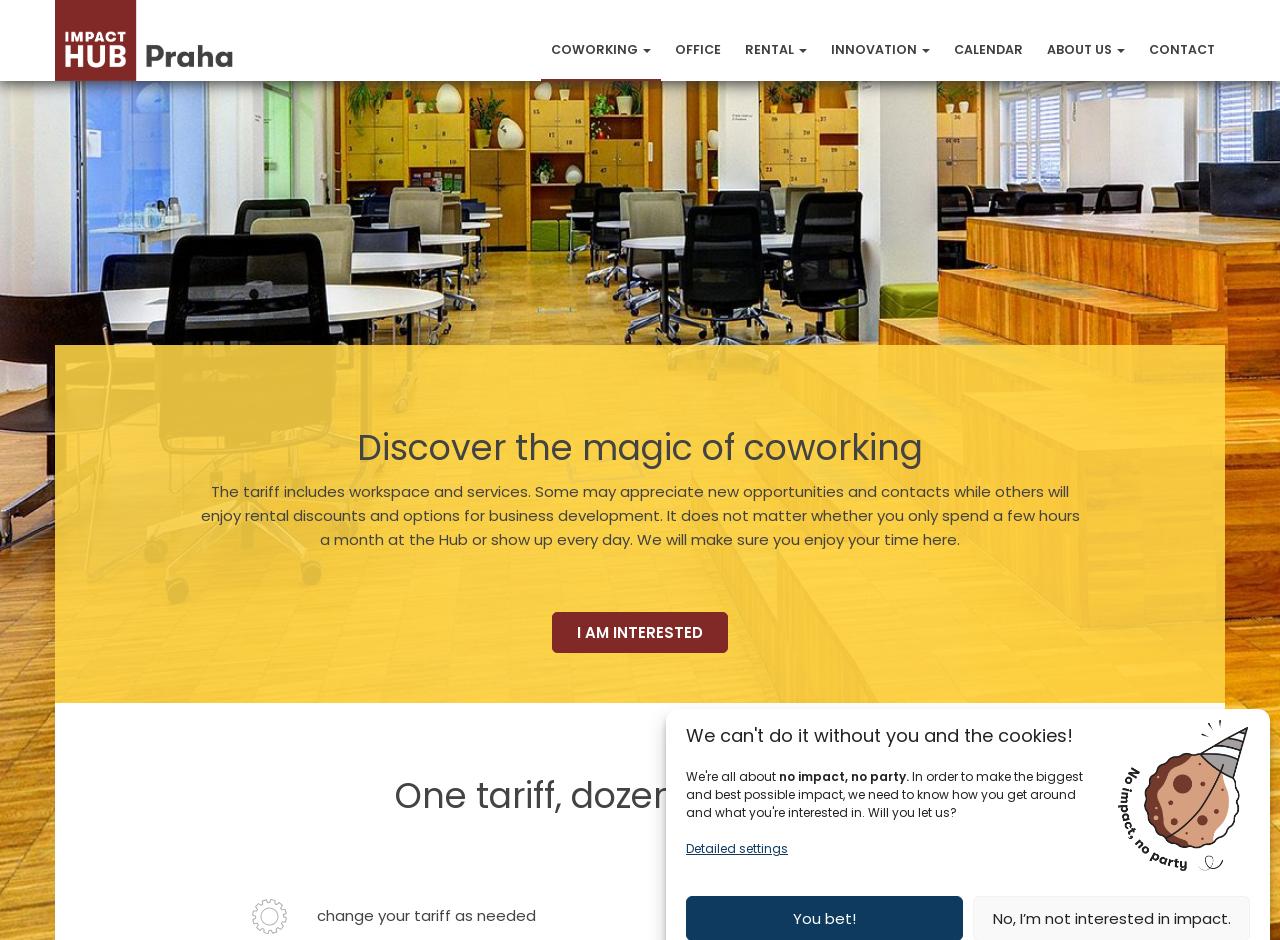 The image size is (1280, 940). I want to click on 'Day Pass', so click(582, 203).